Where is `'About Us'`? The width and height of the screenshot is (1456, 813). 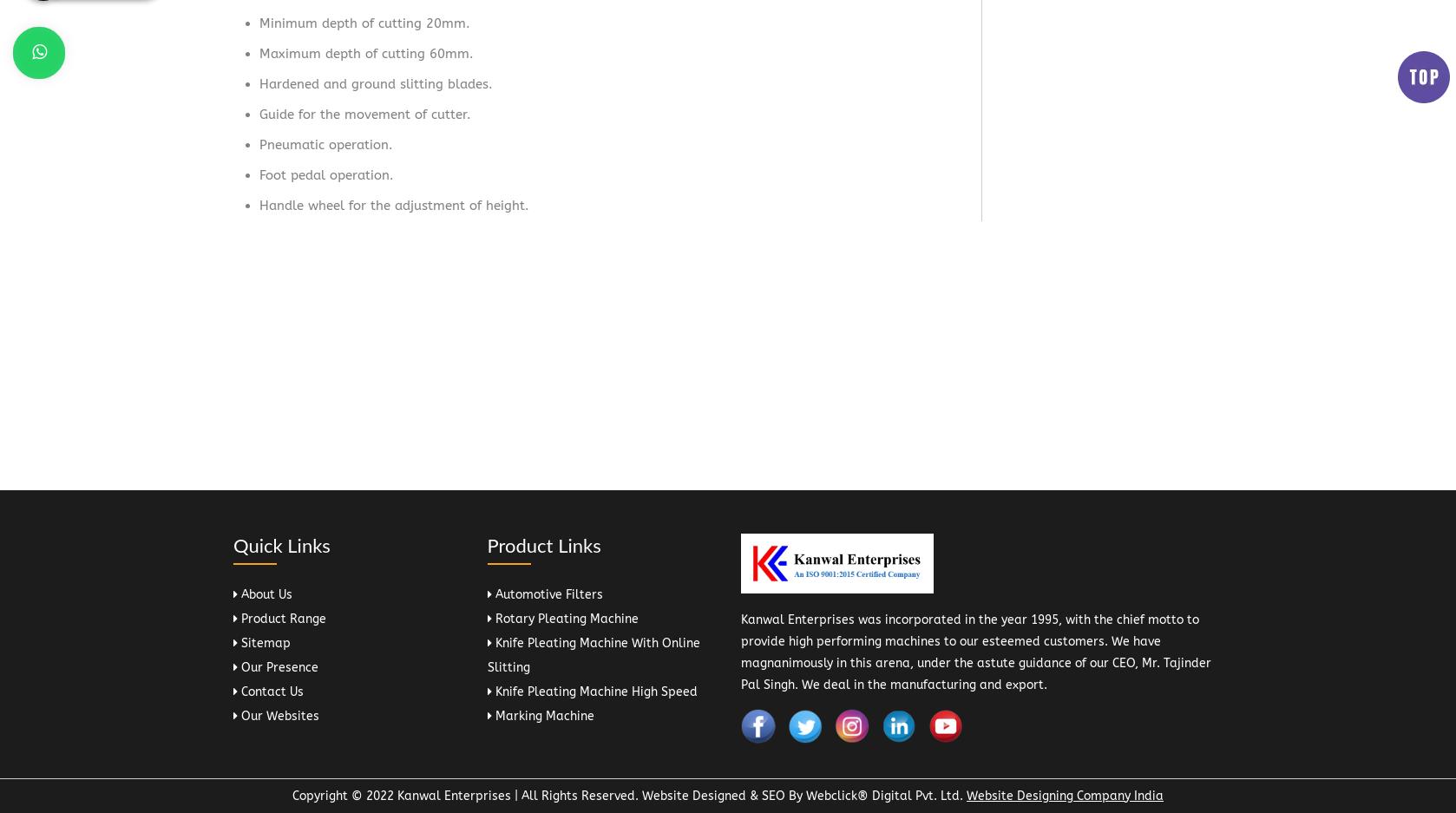 'About Us' is located at coordinates (238, 593).